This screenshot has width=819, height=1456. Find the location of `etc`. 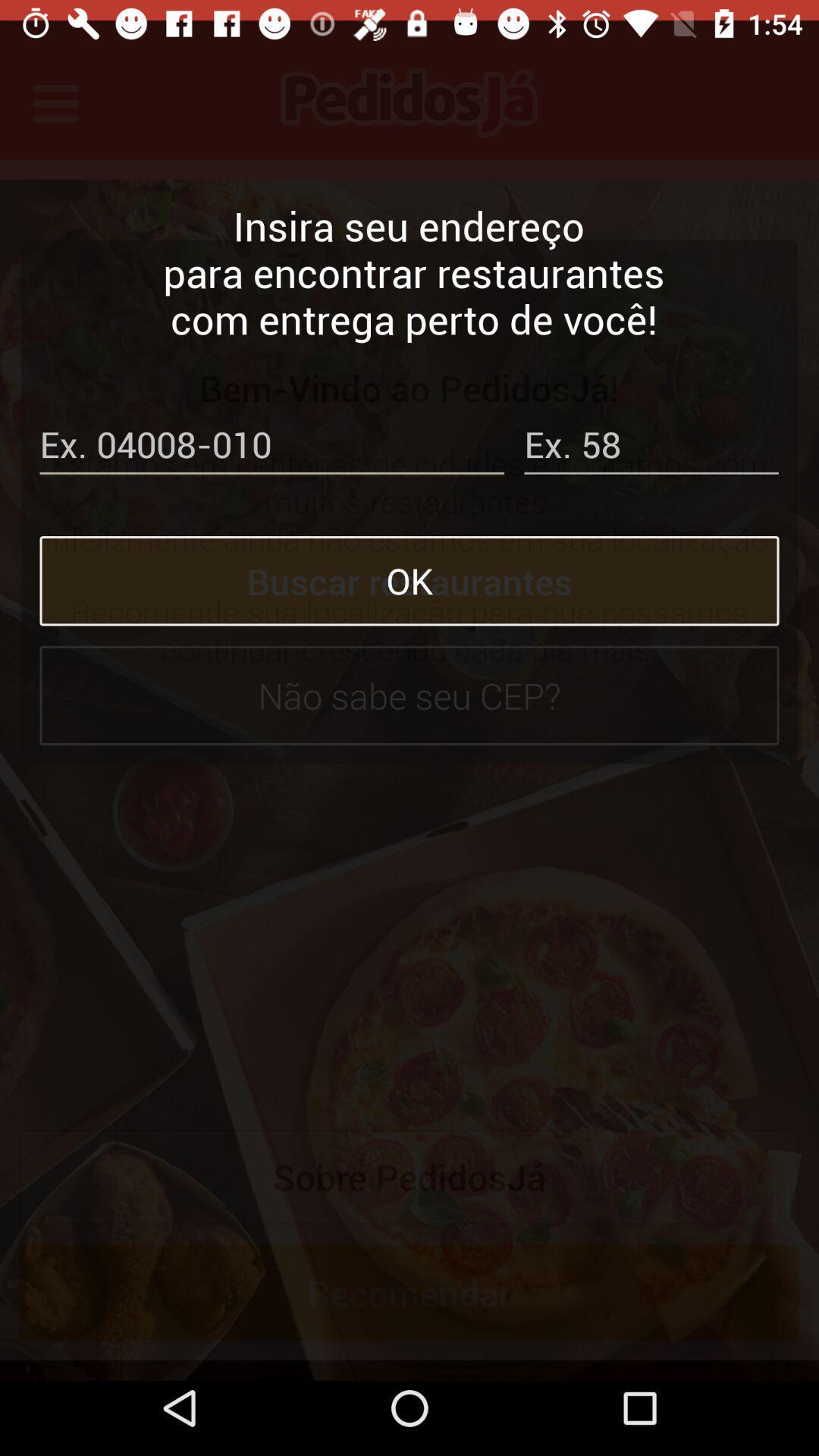

etc is located at coordinates (651, 427).